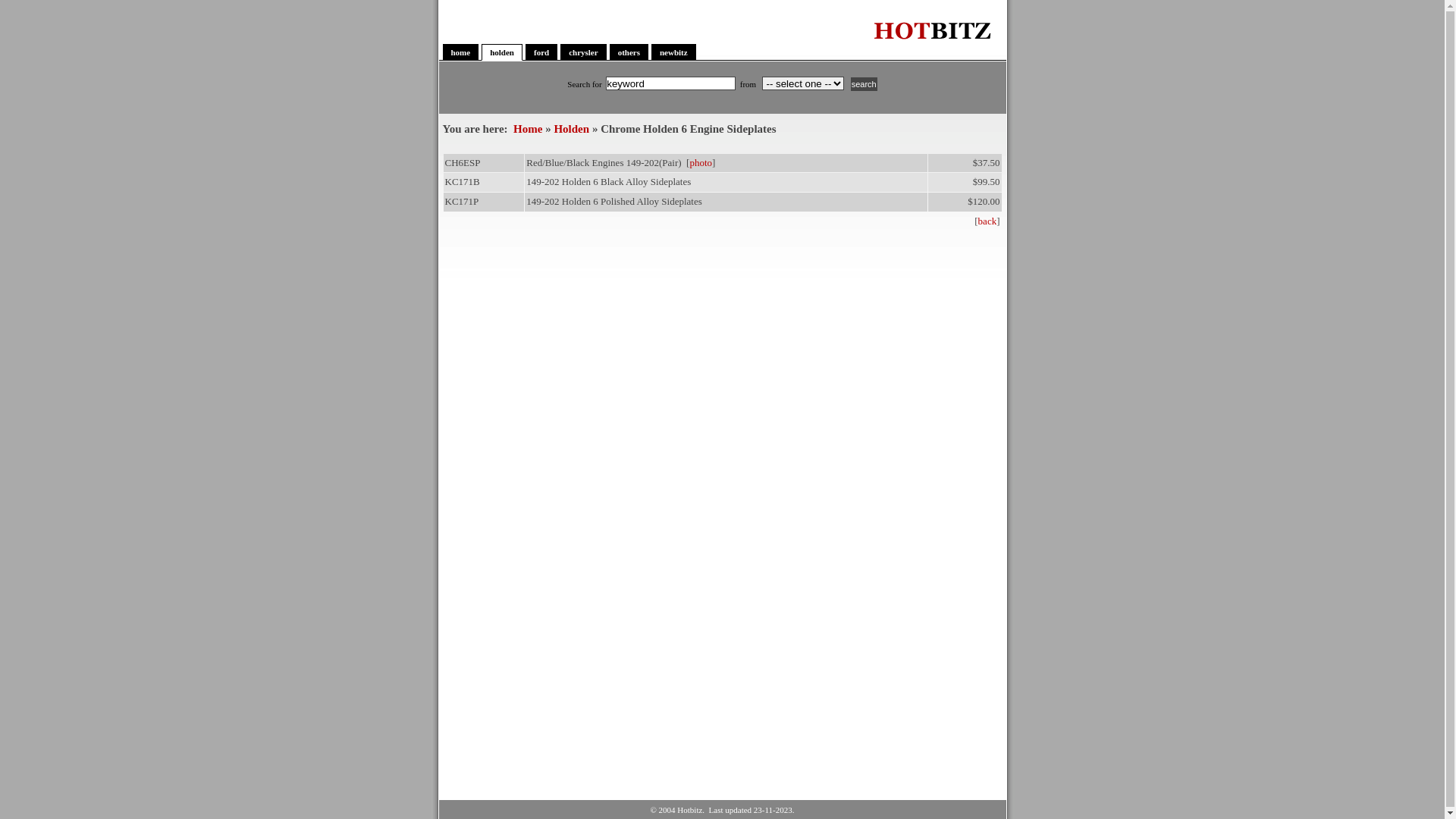 The width and height of the screenshot is (1456, 819). Describe the element at coordinates (864, 84) in the screenshot. I see `'search'` at that location.